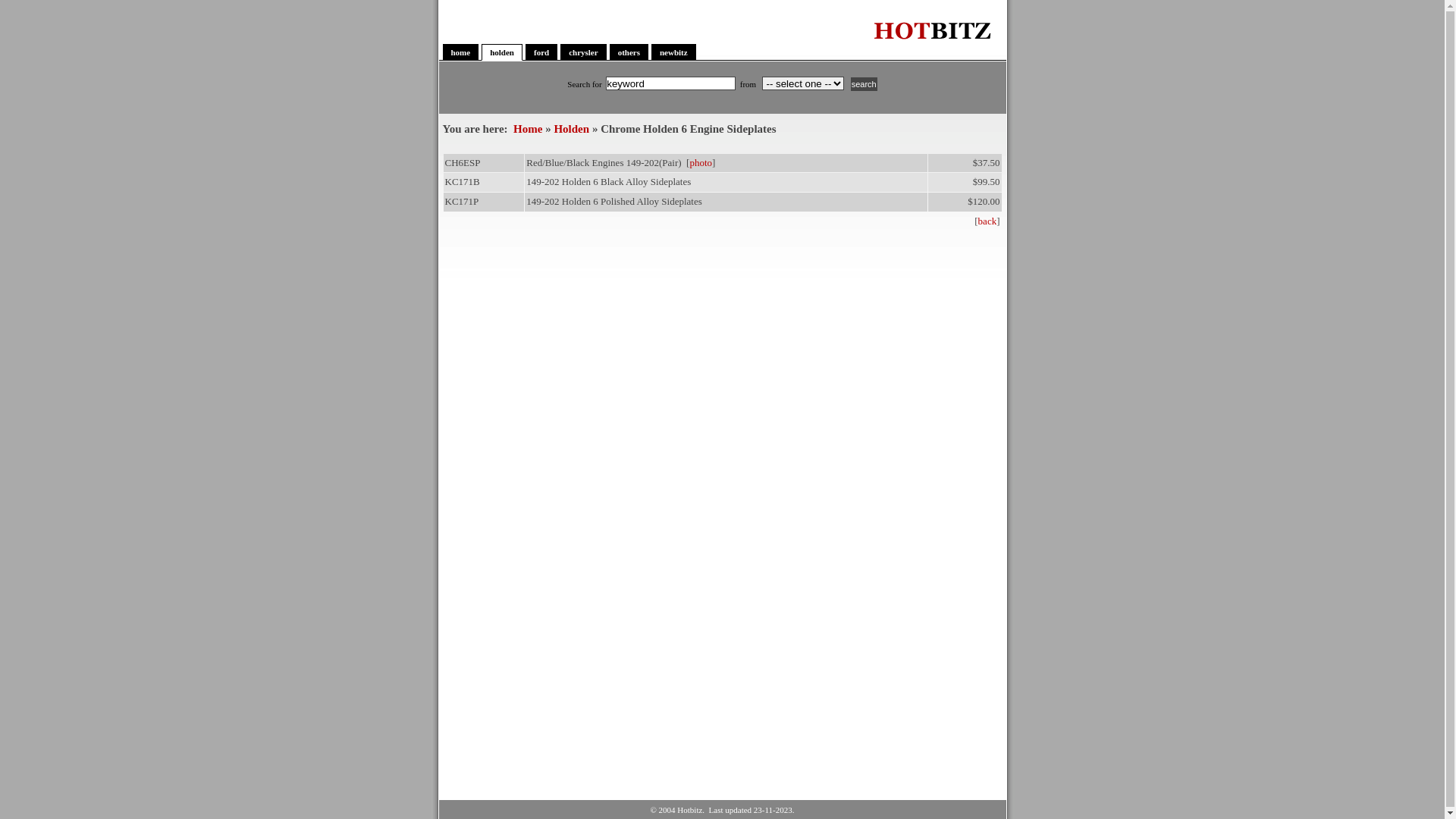 The width and height of the screenshot is (1456, 819). Describe the element at coordinates (864, 84) in the screenshot. I see `'search'` at that location.